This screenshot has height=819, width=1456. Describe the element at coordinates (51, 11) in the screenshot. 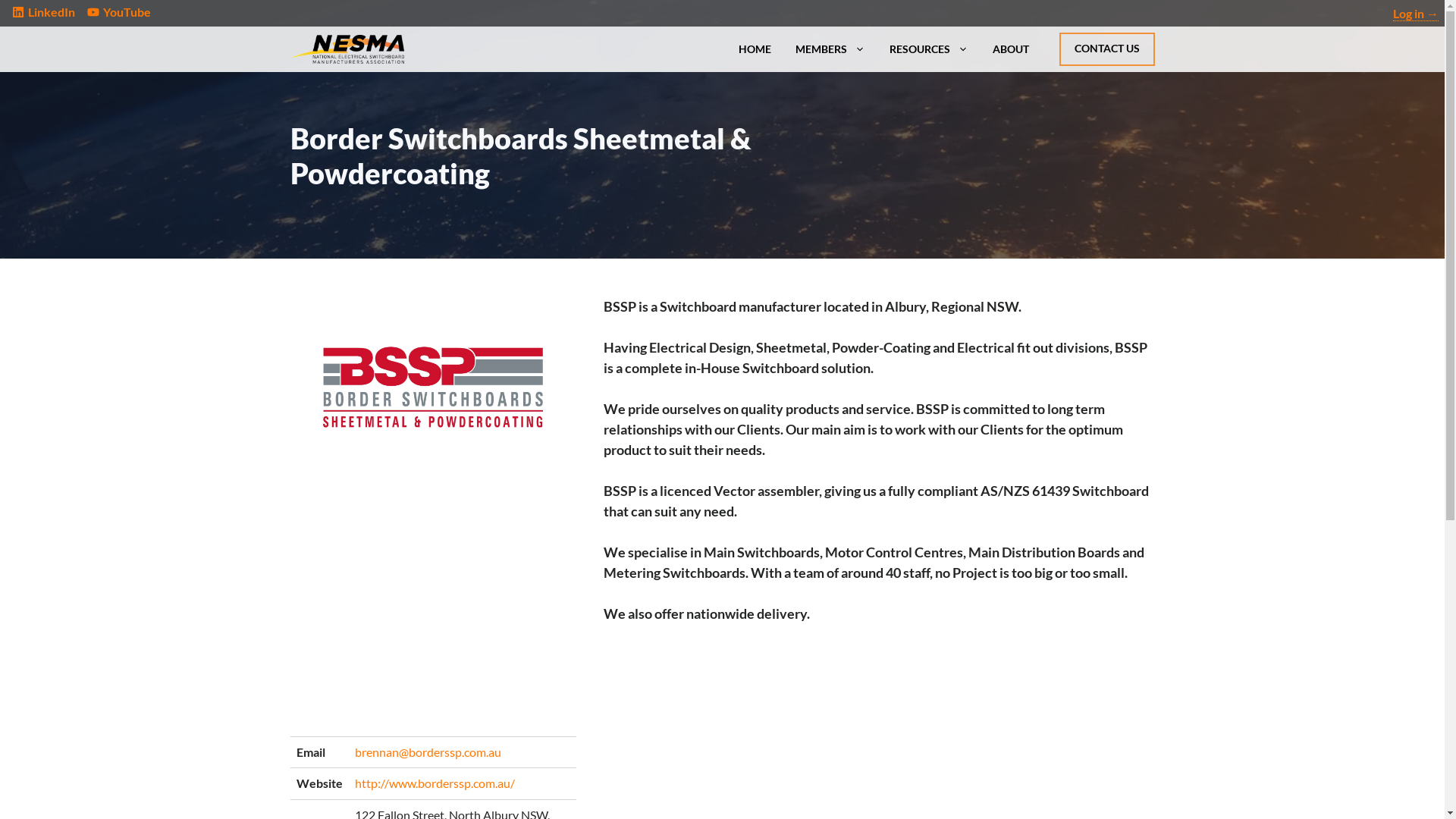

I see `'LinkedIn'` at that location.